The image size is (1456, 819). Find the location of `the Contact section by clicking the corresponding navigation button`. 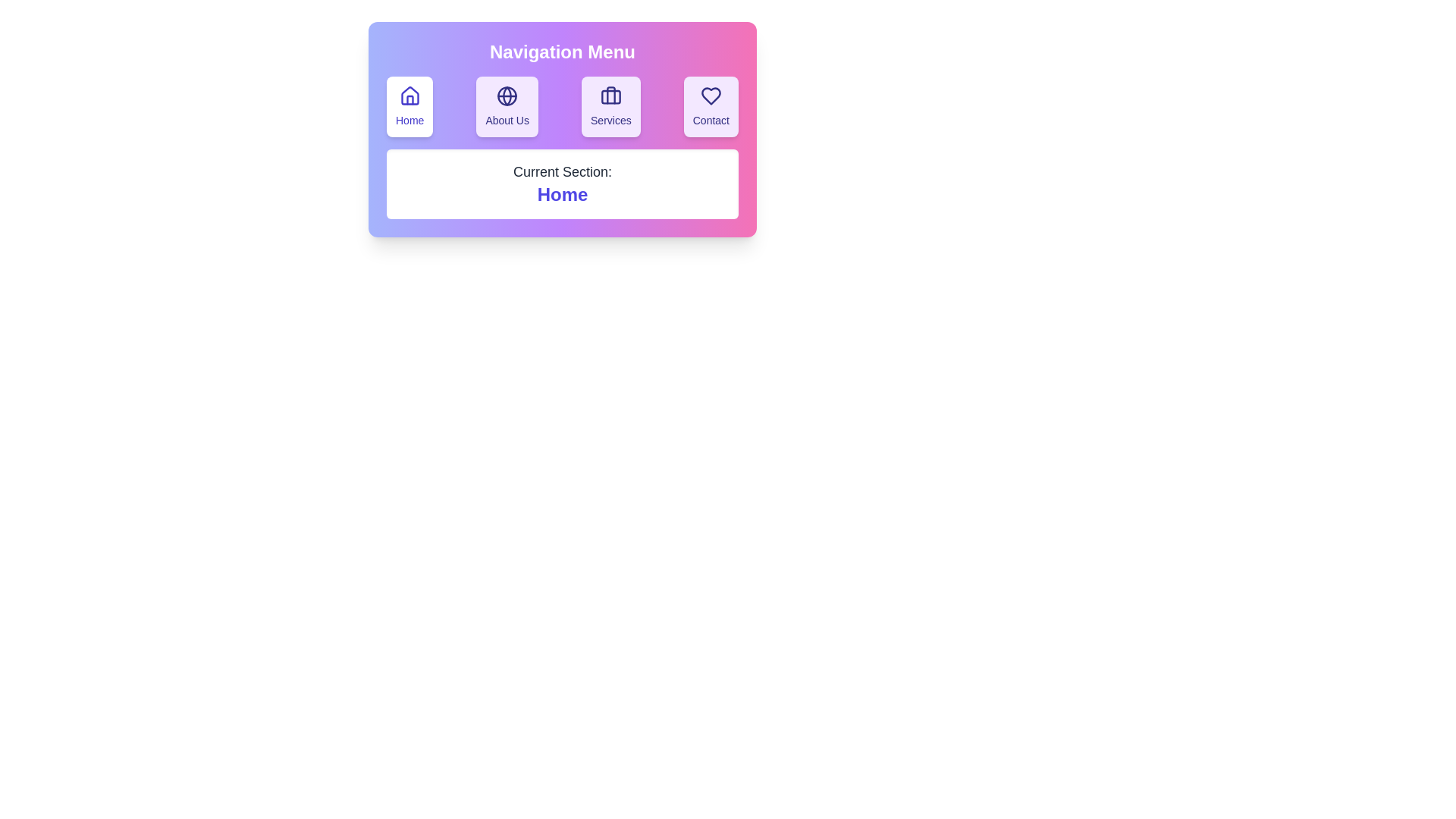

the Contact section by clicking the corresponding navigation button is located at coordinates (709, 106).